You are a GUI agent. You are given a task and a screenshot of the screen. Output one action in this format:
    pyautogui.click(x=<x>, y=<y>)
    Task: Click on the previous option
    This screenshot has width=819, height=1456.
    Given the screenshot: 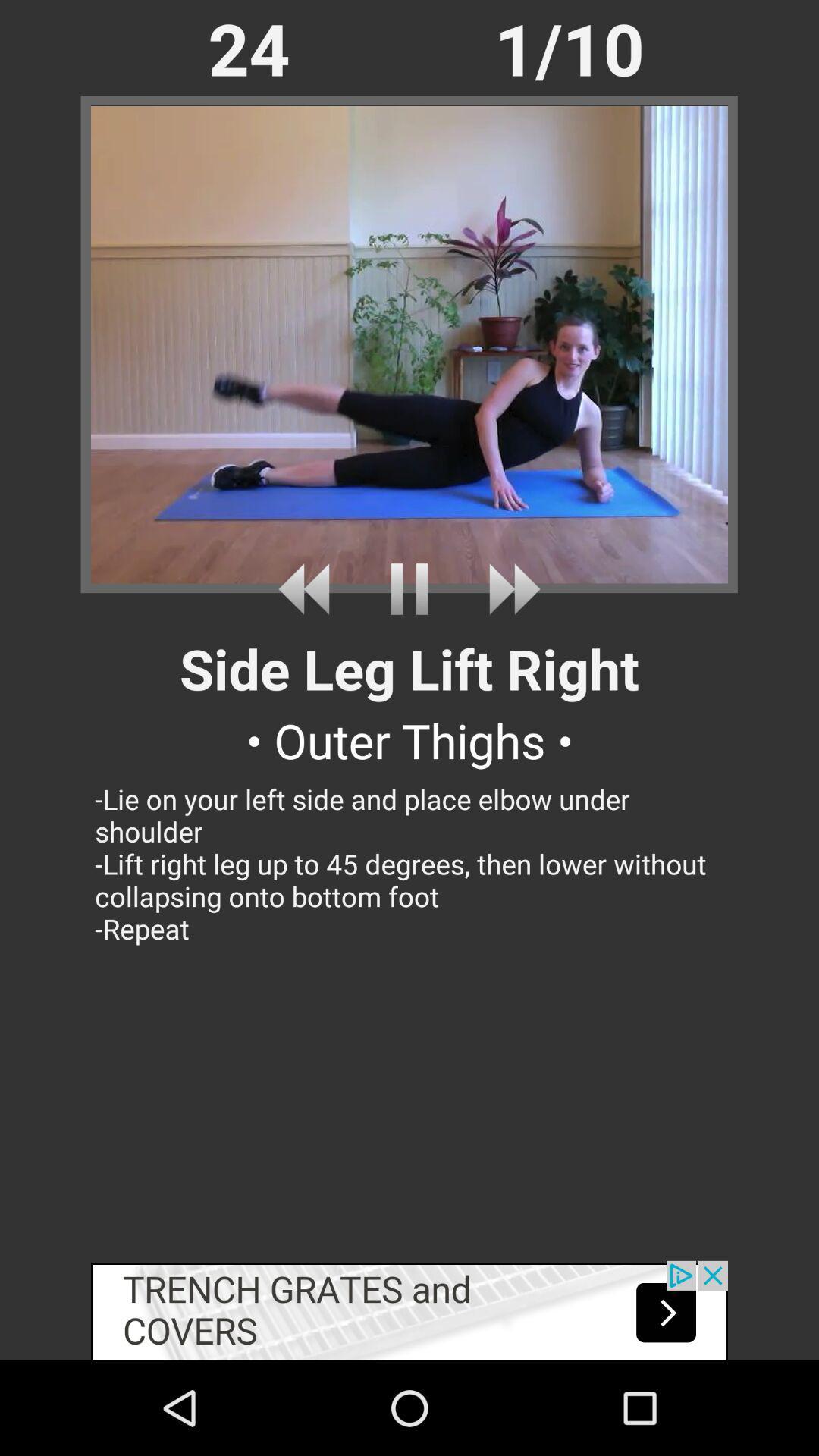 What is the action you would take?
    pyautogui.click(x=309, y=588)
    